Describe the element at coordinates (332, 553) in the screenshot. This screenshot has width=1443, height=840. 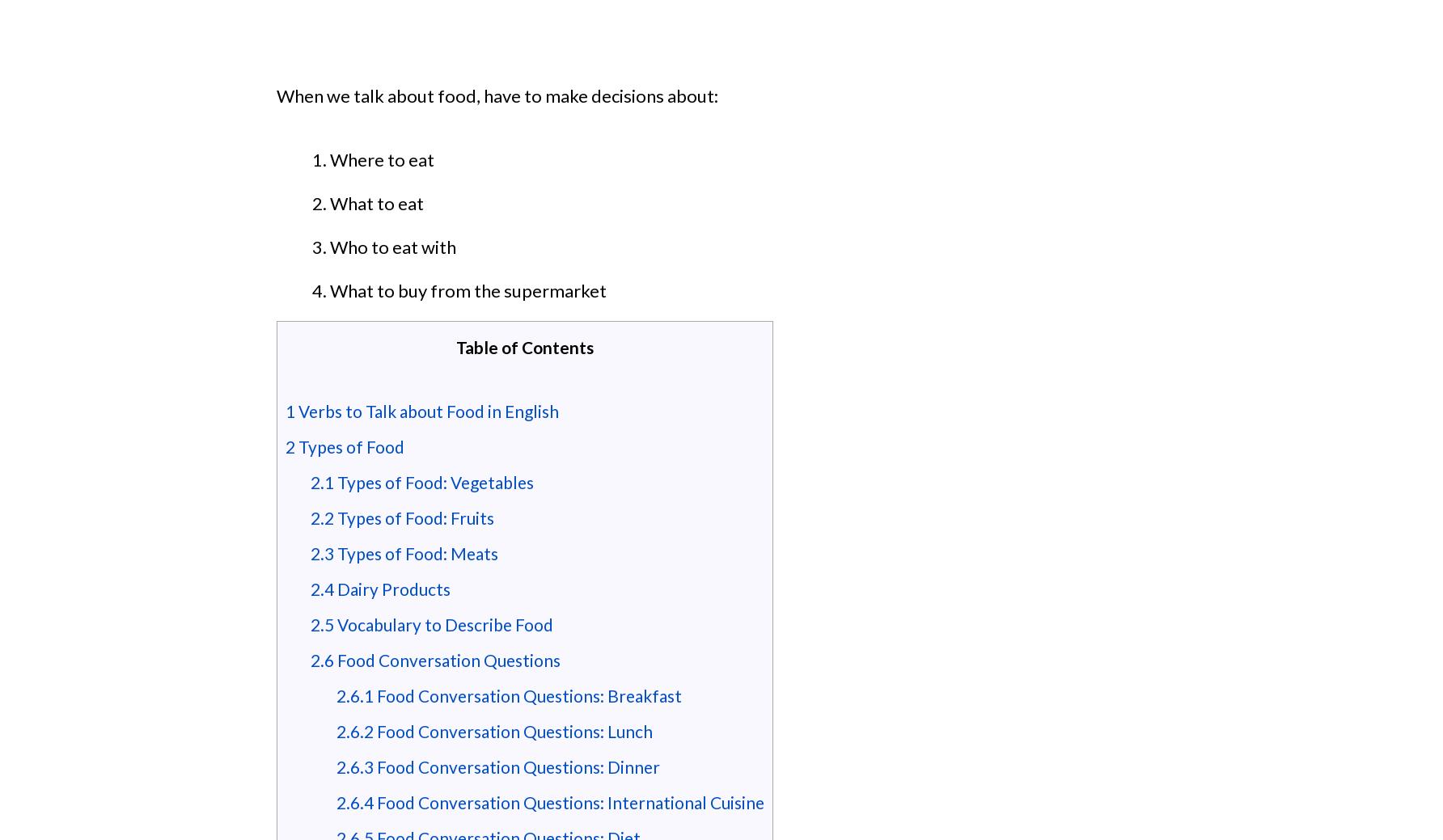
I see `'Types of Food: Meats'` at that location.